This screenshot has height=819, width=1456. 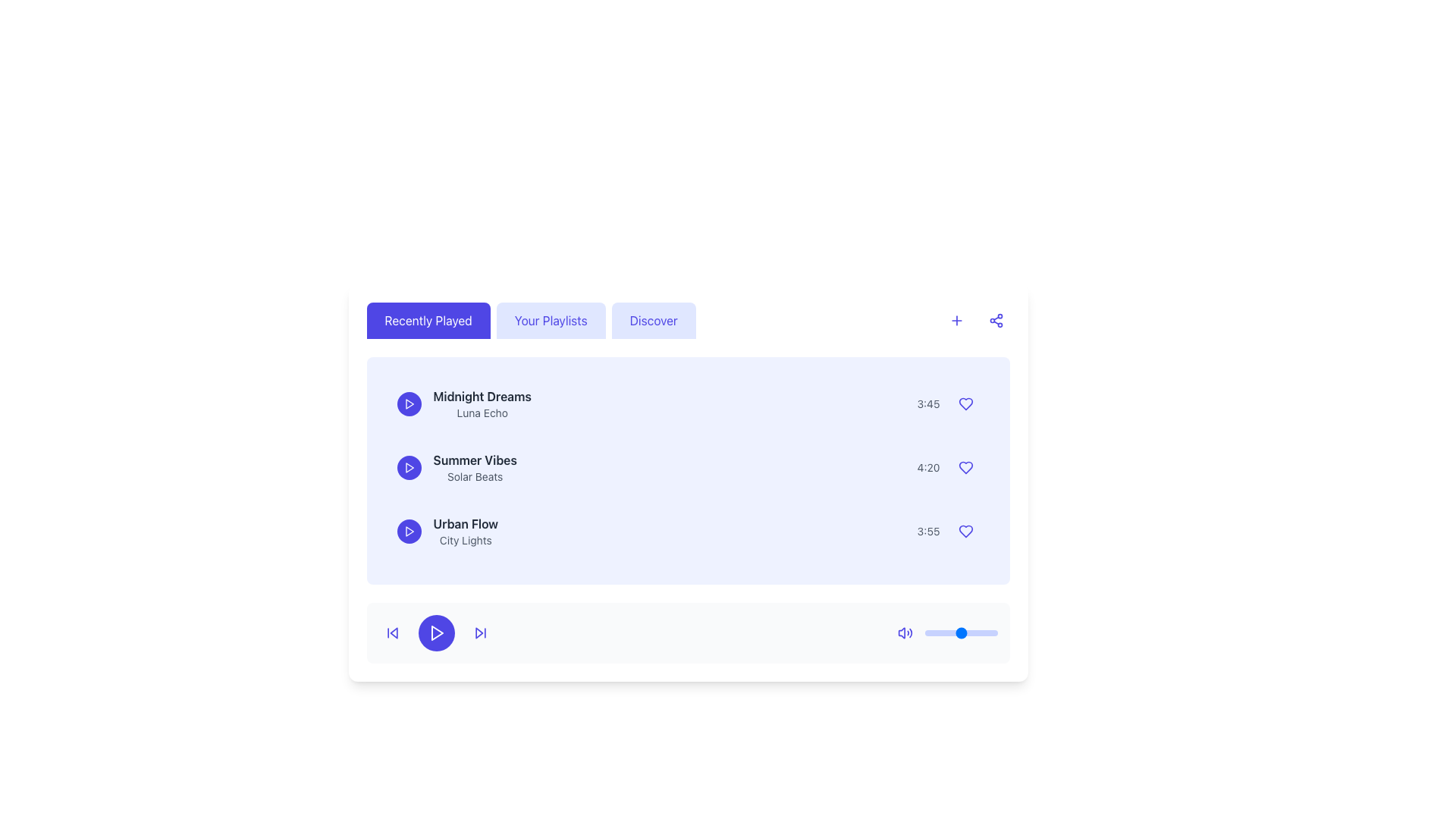 What do you see at coordinates (954, 632) in the screenshot?
I see `the slider` at bounding box center [954, 632].